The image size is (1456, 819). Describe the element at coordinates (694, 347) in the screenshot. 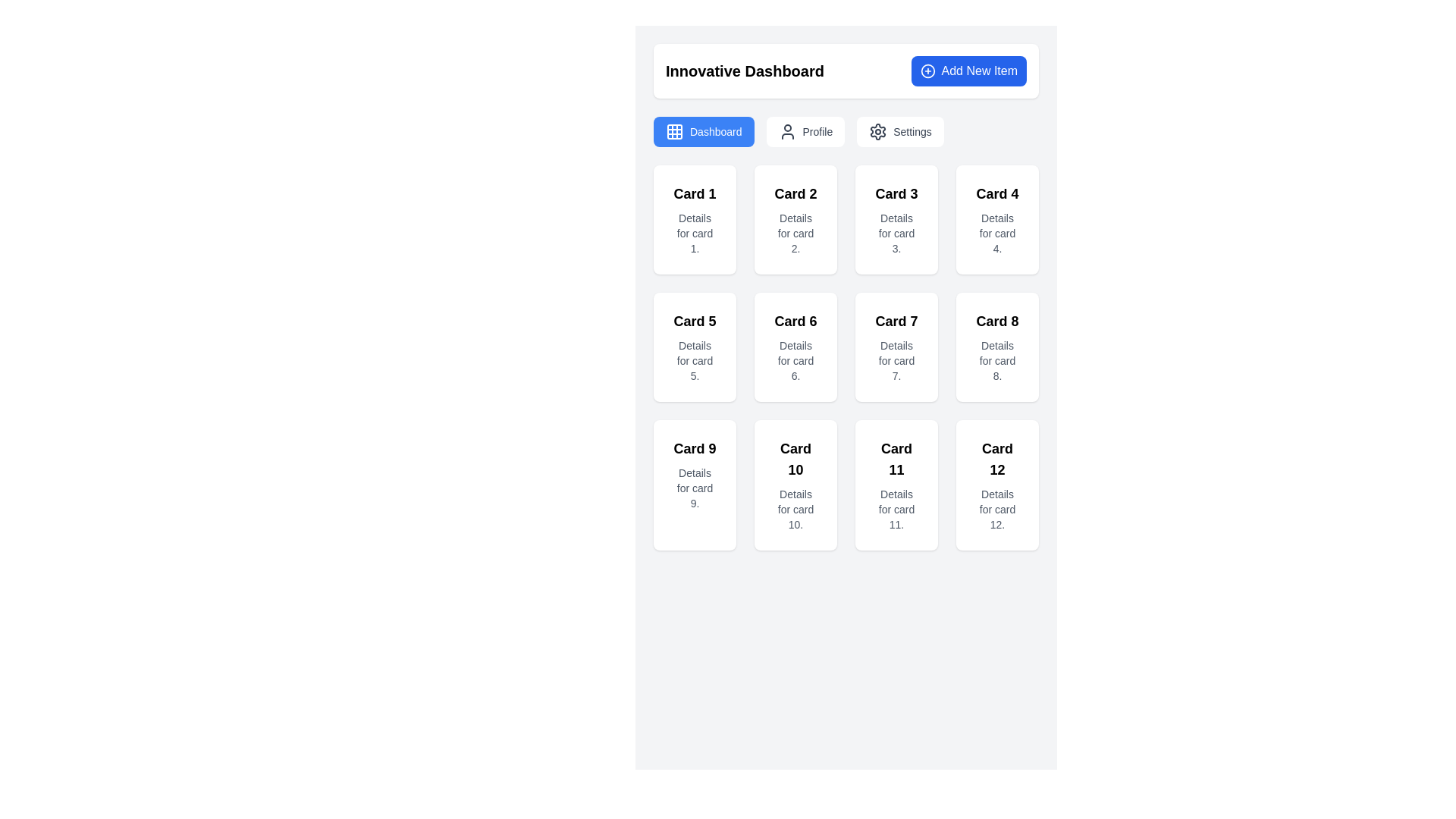

I see `the static informational card located in the second row and first column of the grid layout` at that location.